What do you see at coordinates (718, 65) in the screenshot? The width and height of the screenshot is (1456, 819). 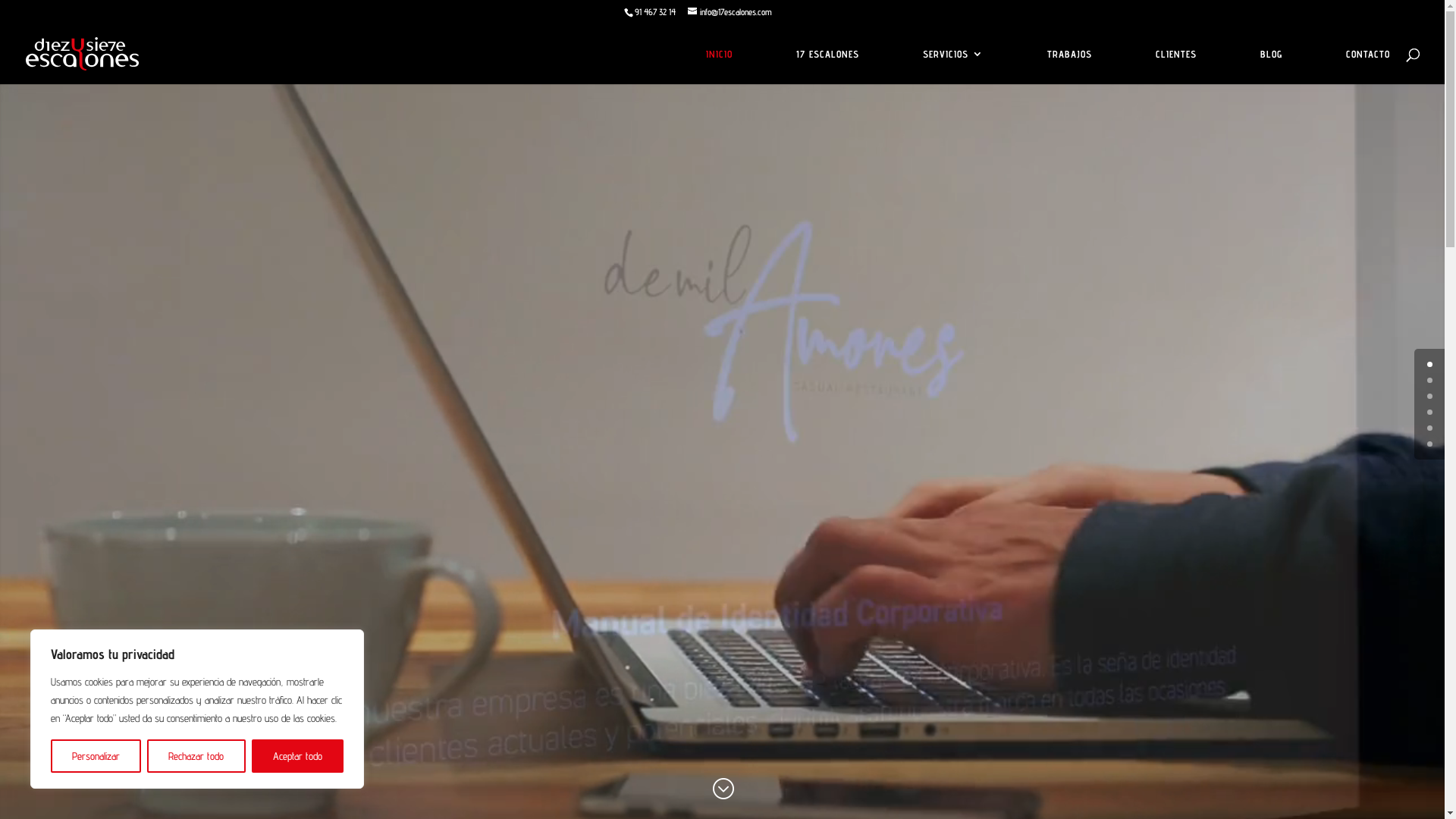 I see `'INICIO'` at bounding box center [718, 65].